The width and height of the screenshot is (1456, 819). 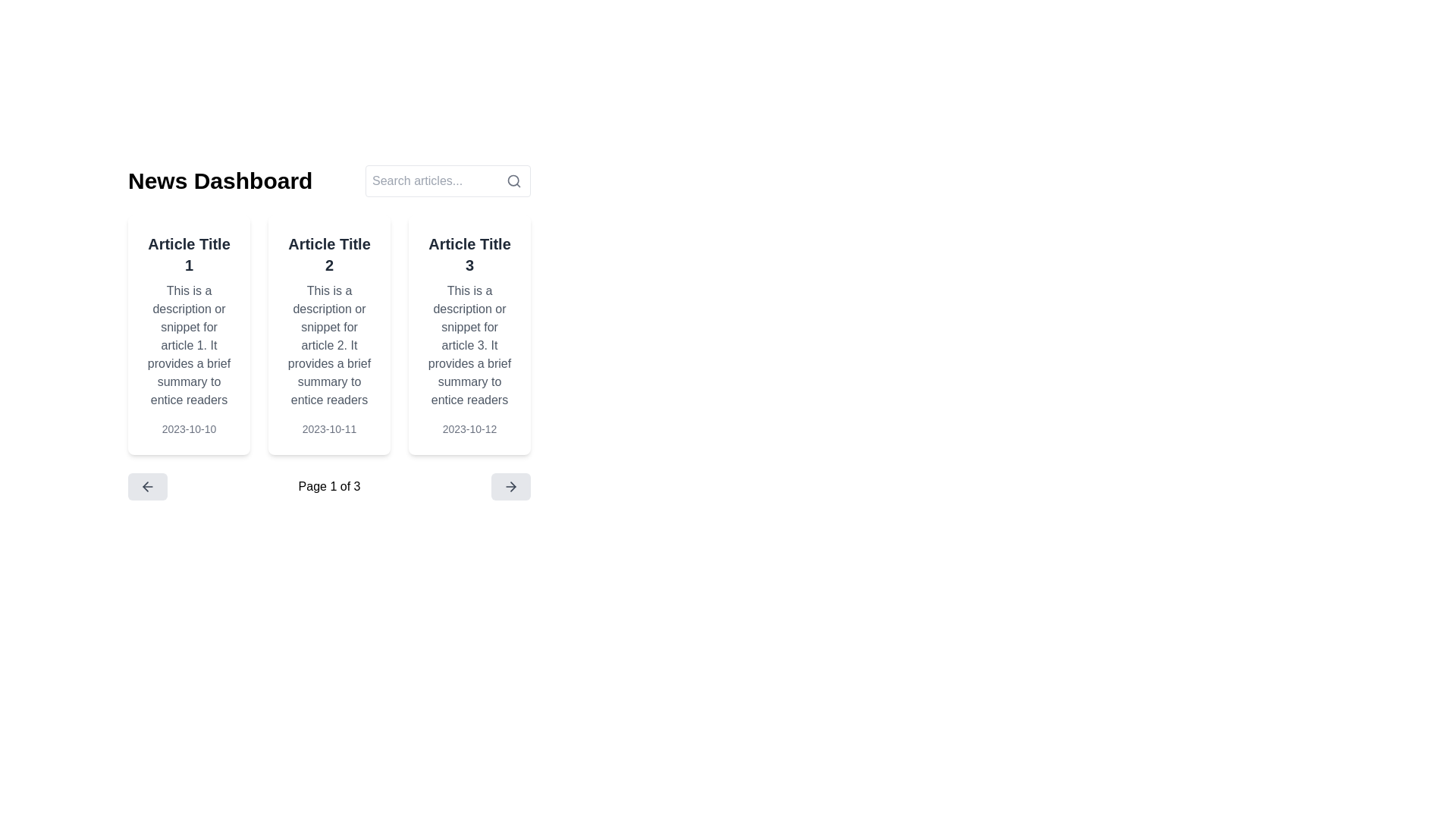 I want to click on the card element styled with a white background and rounded corners, containing the title 'Article Title 3', located at the far-right in the grid layout, so click(x=469, y=334).